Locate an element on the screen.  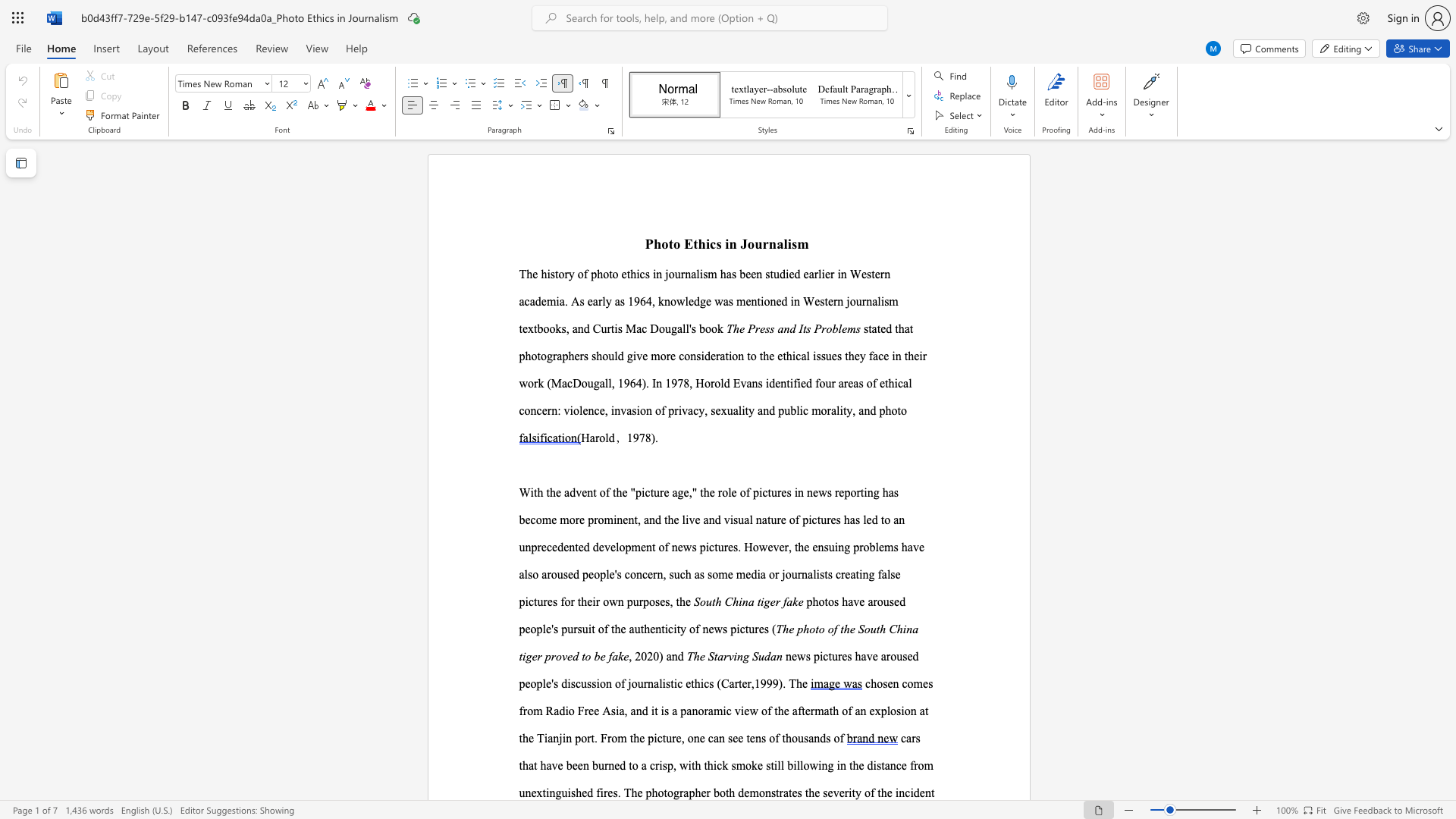
the 3th character "e" in the text is located at coordinates (625, 492).